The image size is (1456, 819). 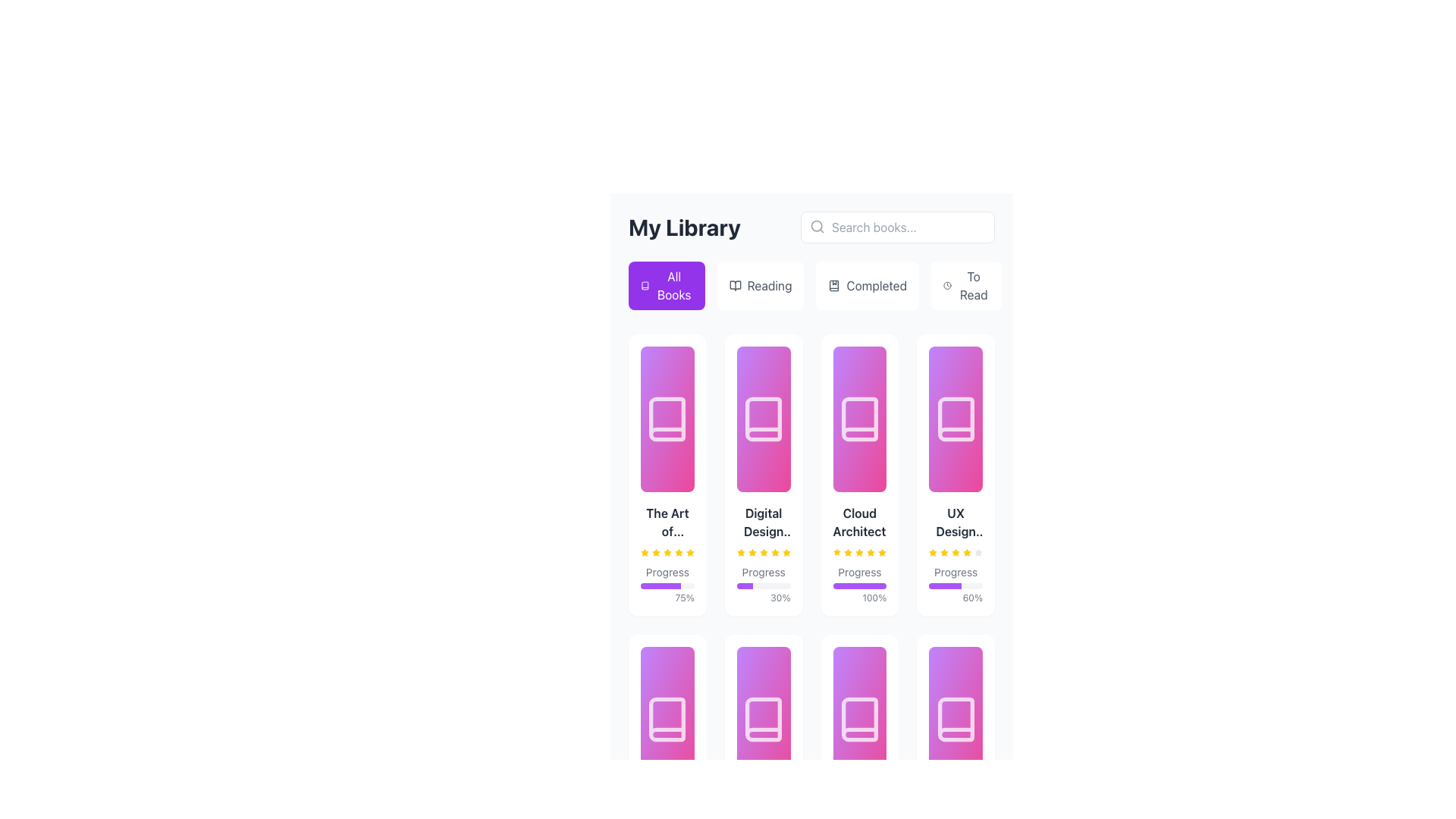 What do you see at coordinates (764, 584) in the screenshot?
I see `progress text from the progress bar of the book titled 'Digital Design Principles', located in the second column of the library grid, below the star rating` at bounding box center [764, 584].